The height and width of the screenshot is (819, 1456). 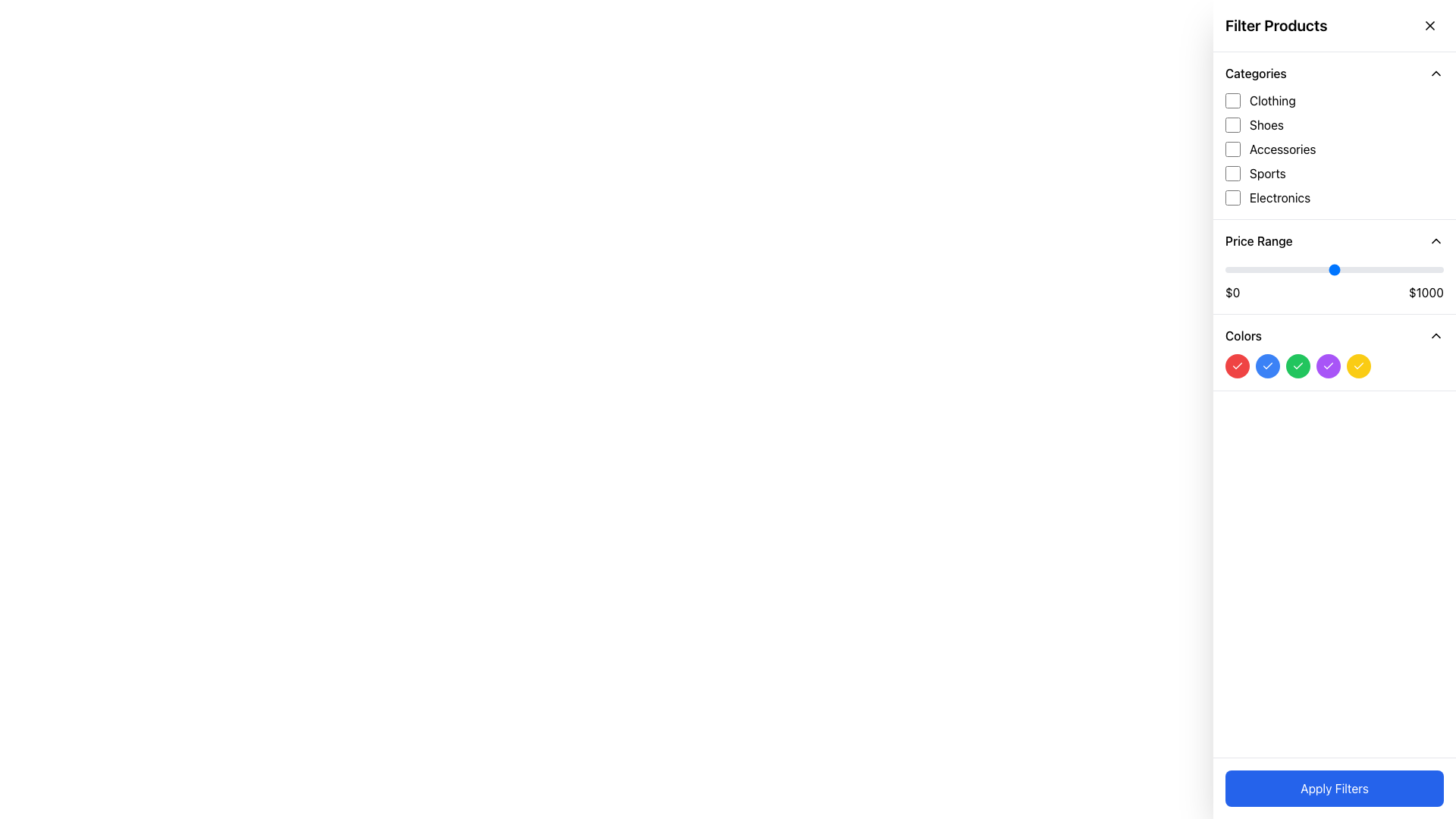 What do you see at coordinates (1228, 268) in the screenshot?
I see `the price range slider` at bounding box center [1228, 268].